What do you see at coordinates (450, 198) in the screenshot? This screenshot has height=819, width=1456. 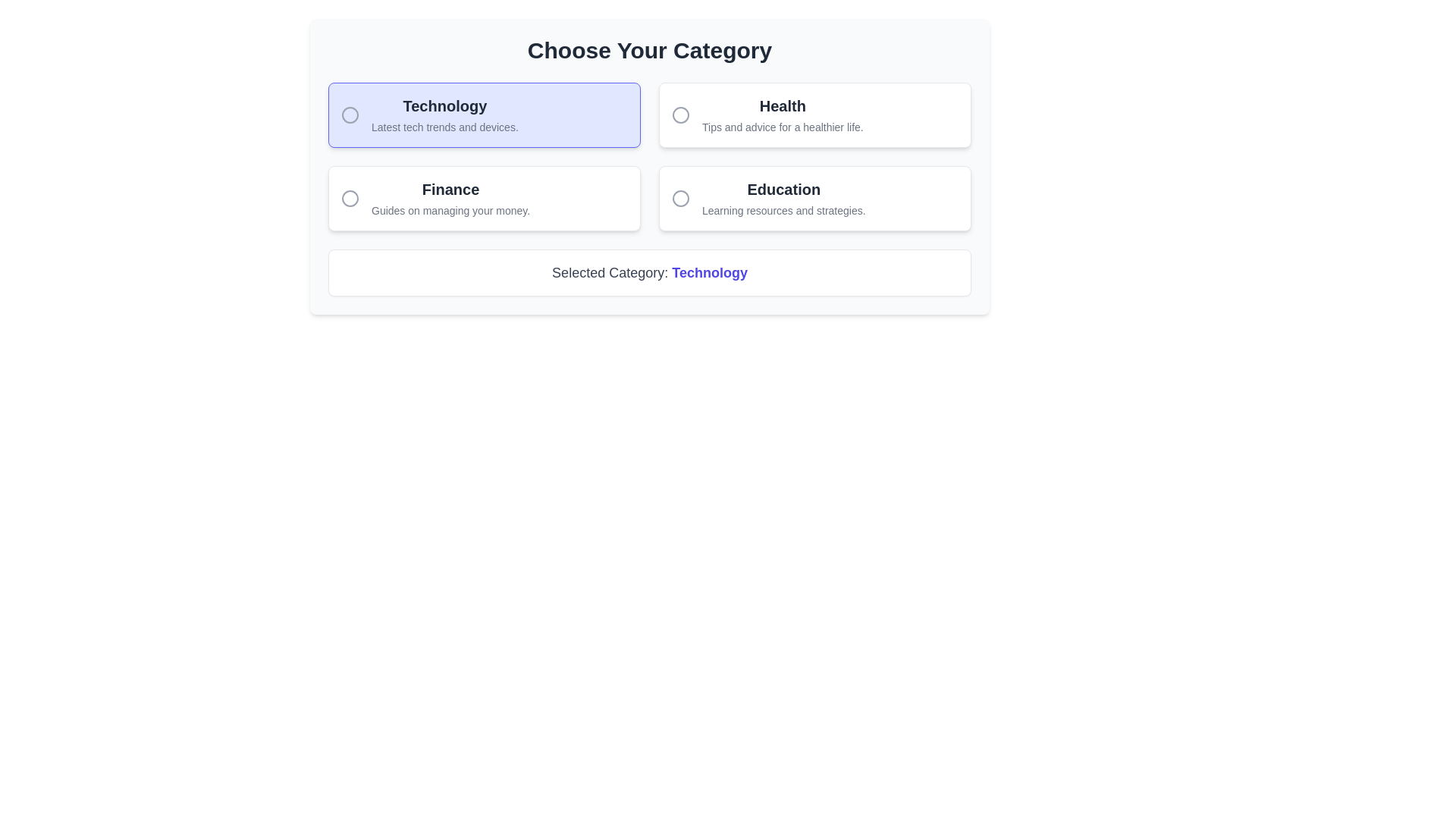 I see `information presented in the 'Finance' category text element, which is the second option in a four-option grid titled 'Choose Your Category'` at bounding box center [450, 198].